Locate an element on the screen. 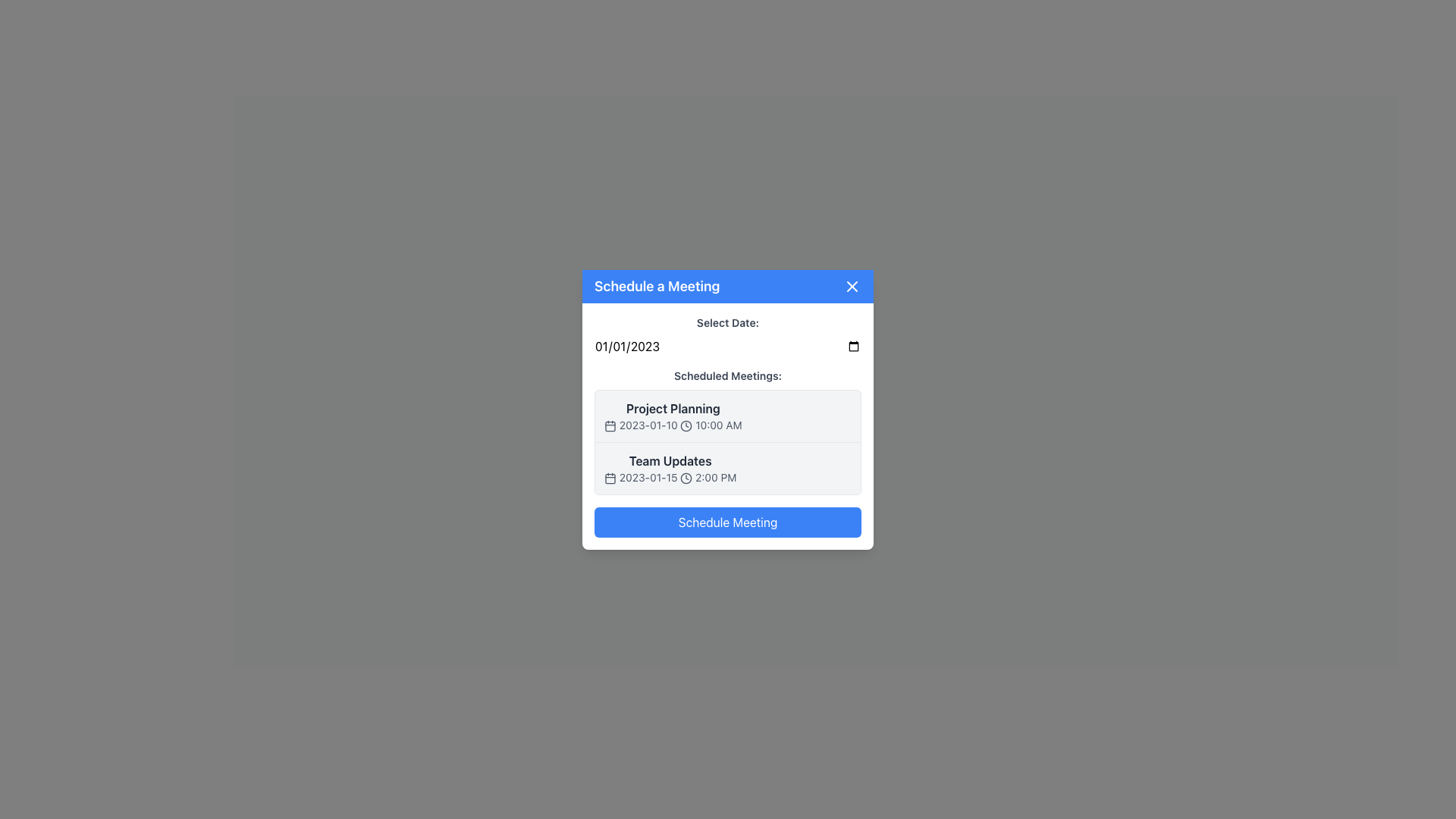  the static text displaying the date and time details of the 'Project Planning' meeting, which is located in the second row of the 'Scheduled Meetings' section is located at coordinates (672, 425).